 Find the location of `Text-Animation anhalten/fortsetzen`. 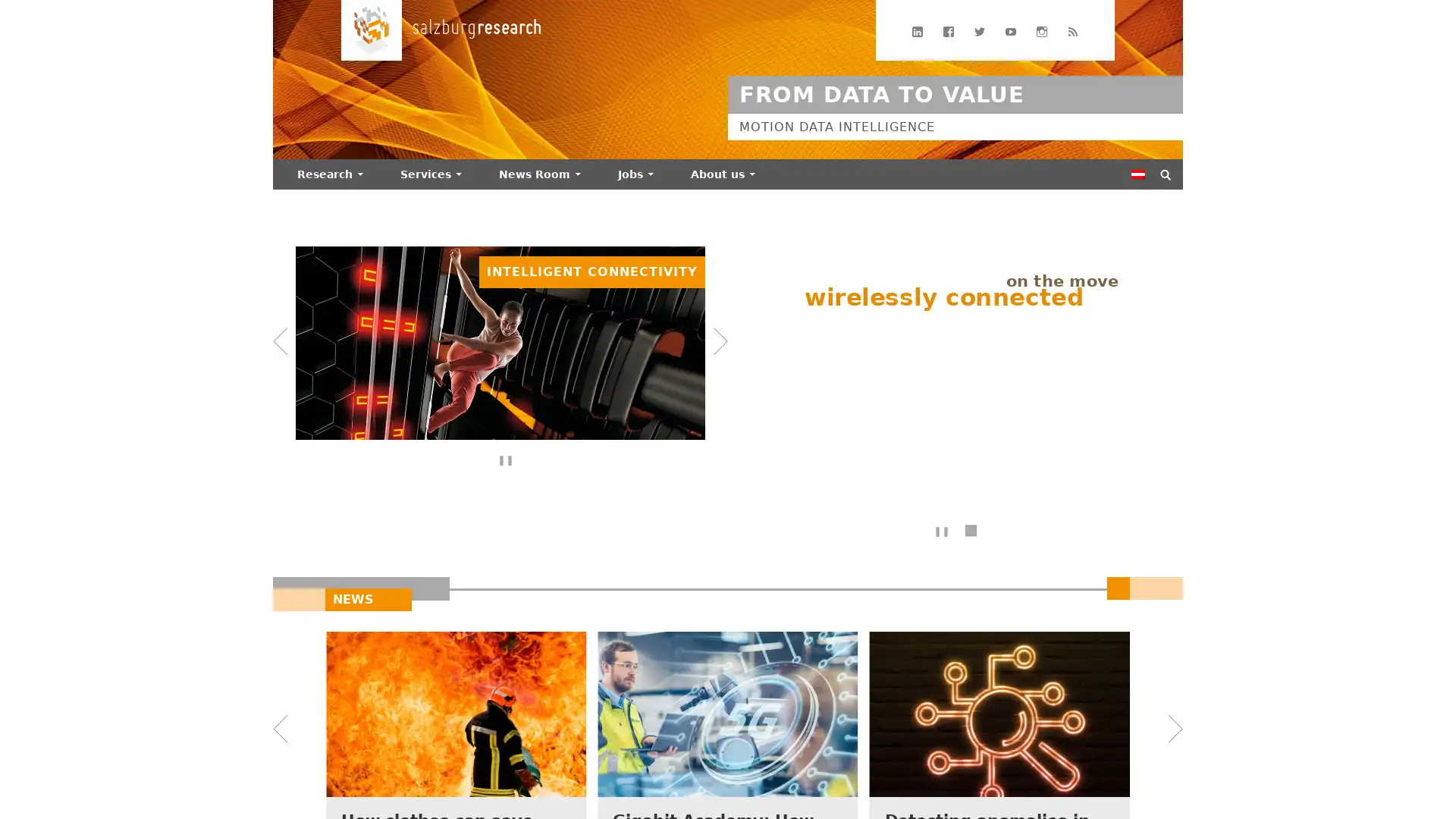

Text-Animation anhalten/fortsetzen is located at coordinates (940, 529).